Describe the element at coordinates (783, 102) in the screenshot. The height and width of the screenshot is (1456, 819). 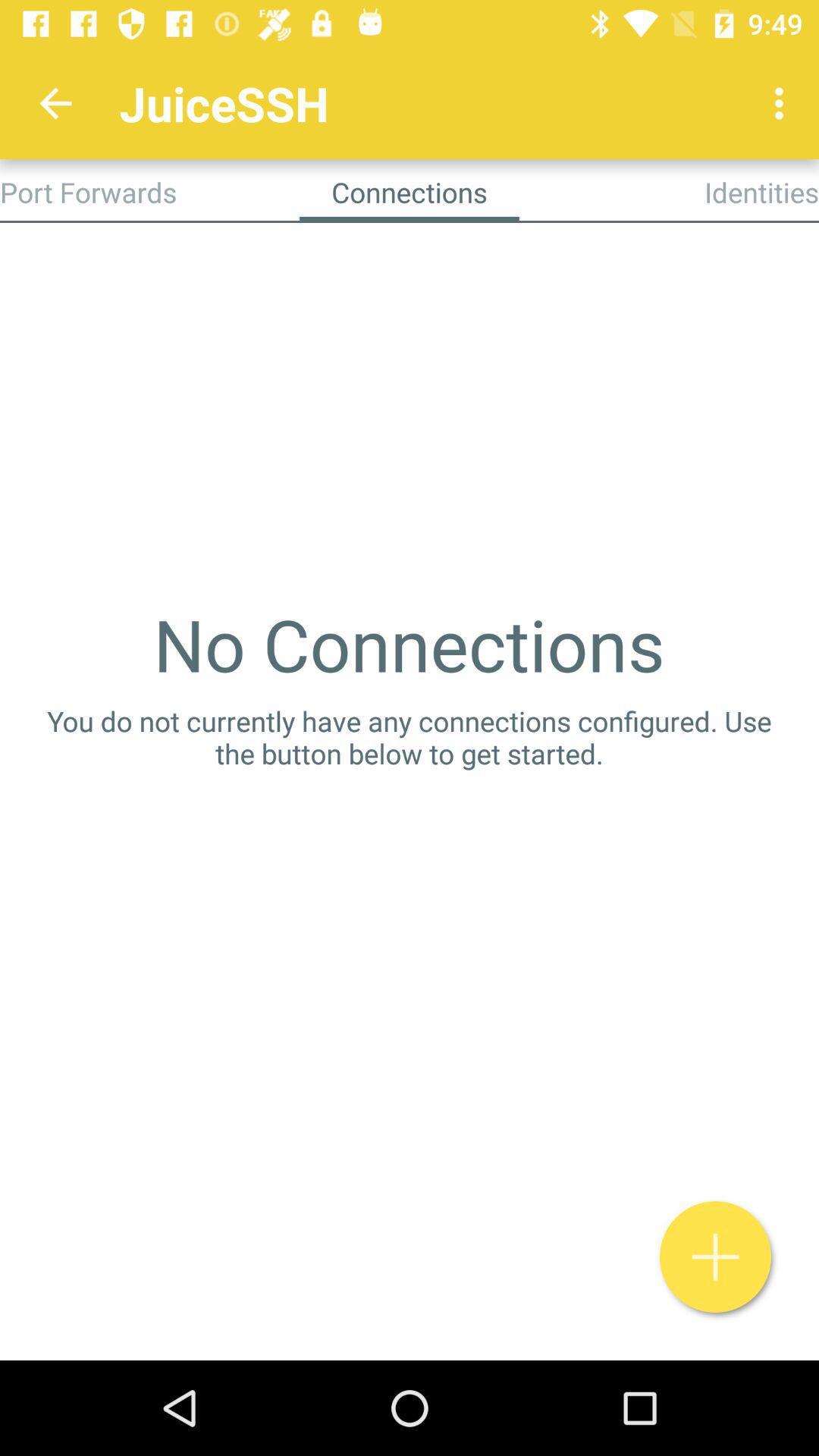
I see `the icon next to juicessh app` at that location.